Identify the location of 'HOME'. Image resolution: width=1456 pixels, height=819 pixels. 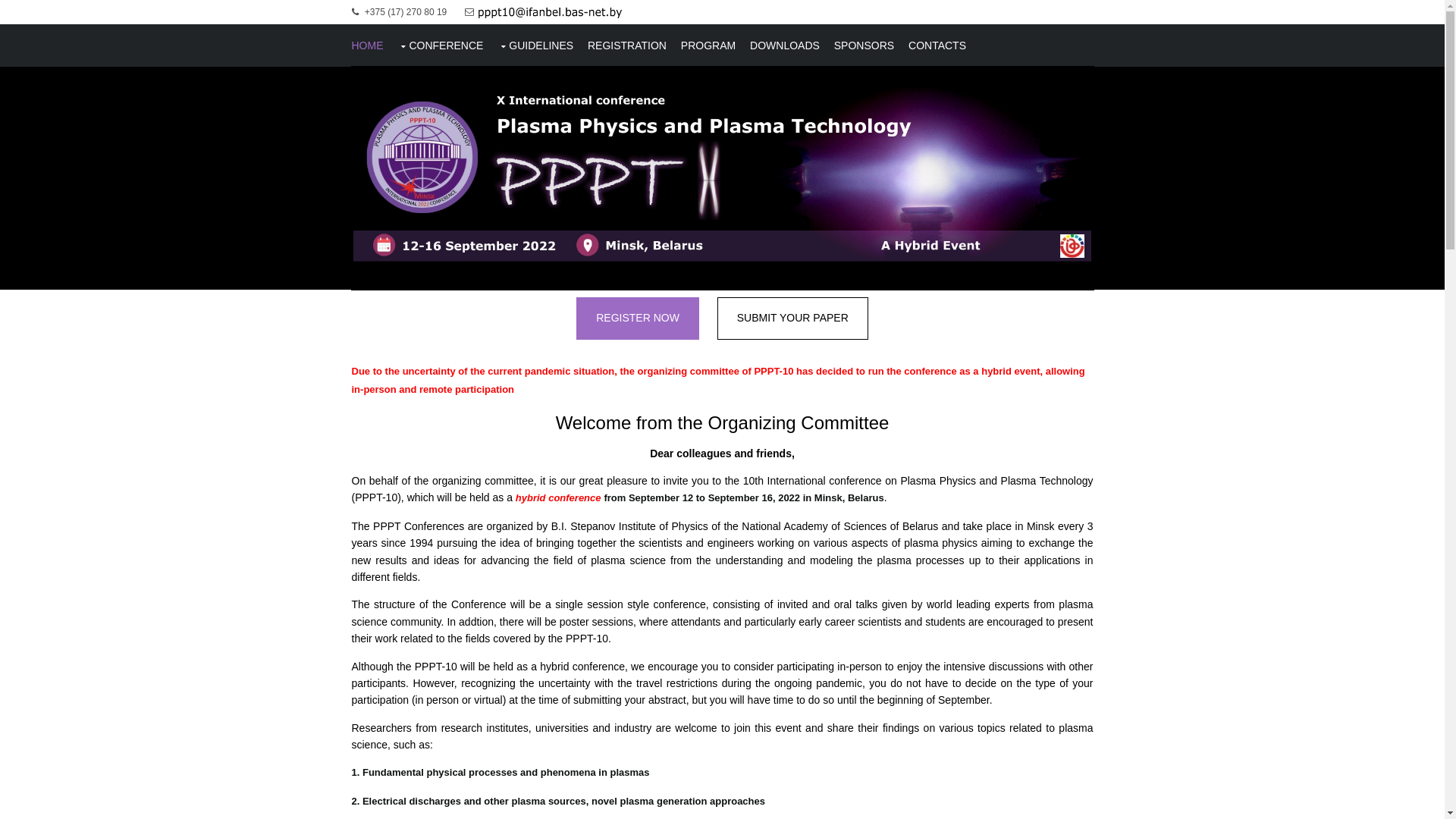
(367, 45).